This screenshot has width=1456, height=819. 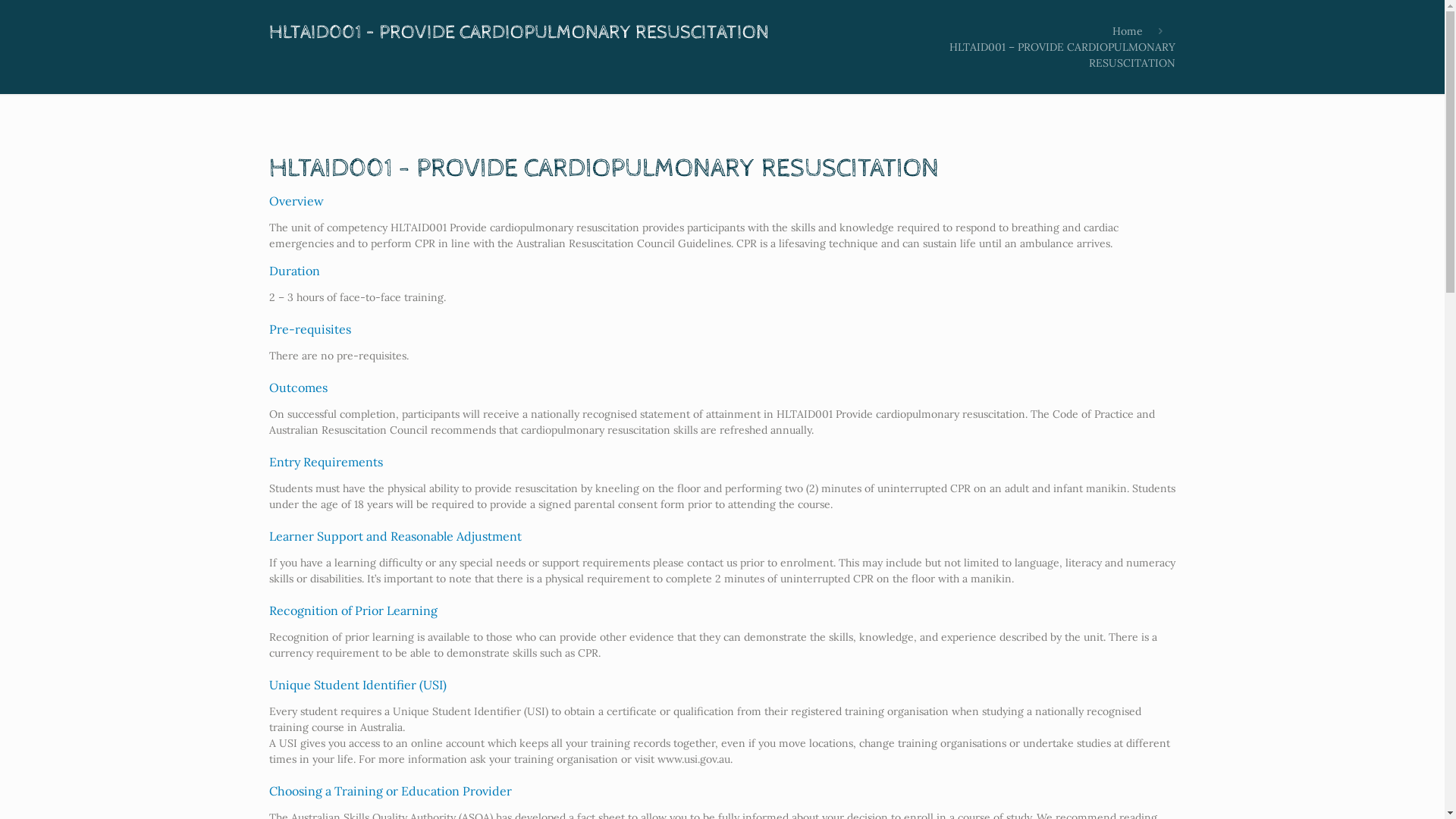 What do you see at coordinates (1128, 31) in the screenshot?
I see `'Home'` at bounding box center [1128, 31].